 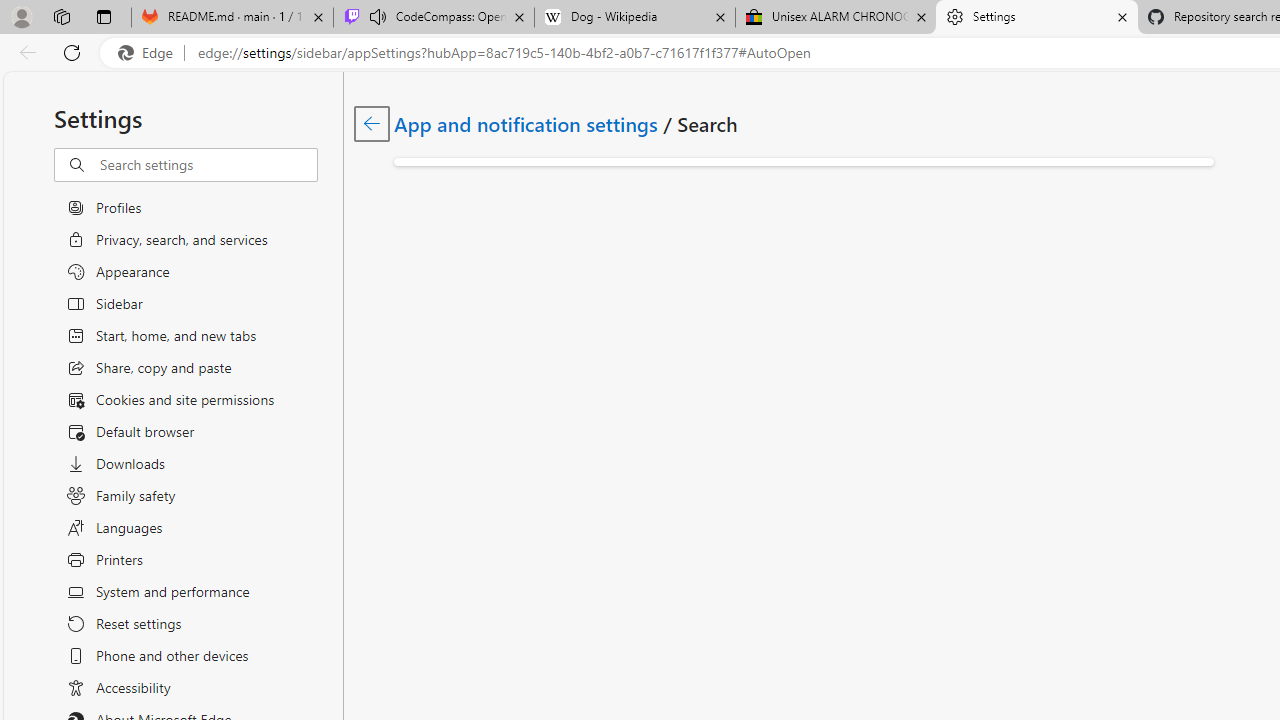 What do you see at coordinates (371, 123) in the screenshot?
I see `'Class: c01177'` at bounding box center [371, 123].